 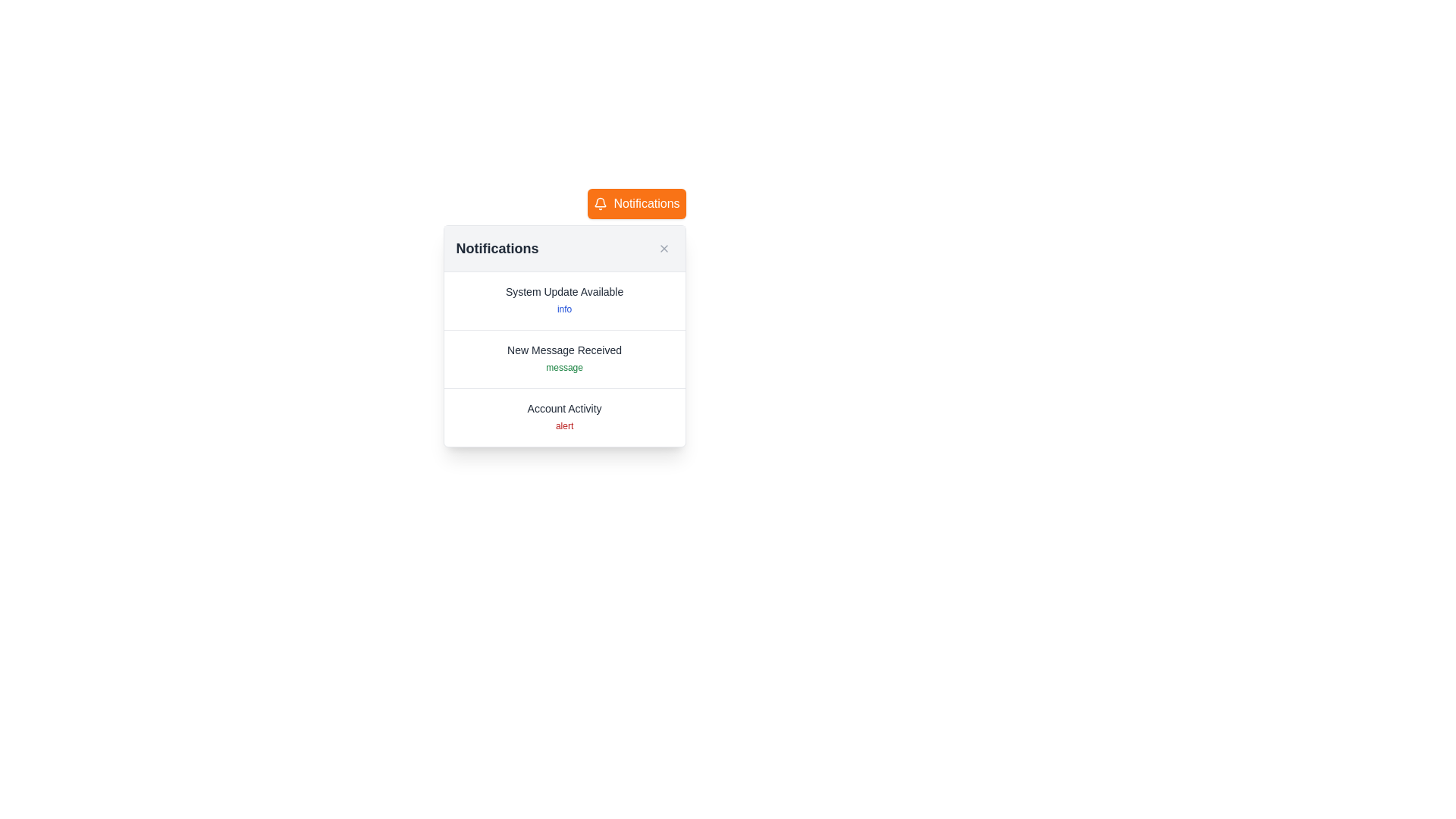 What do you see at coordinates (563, 368) in the screenshot?
I see `the small green informational text label located in the second row of the notification card, beneath the text 'New Message Received'` at bounding box center [563, 368].